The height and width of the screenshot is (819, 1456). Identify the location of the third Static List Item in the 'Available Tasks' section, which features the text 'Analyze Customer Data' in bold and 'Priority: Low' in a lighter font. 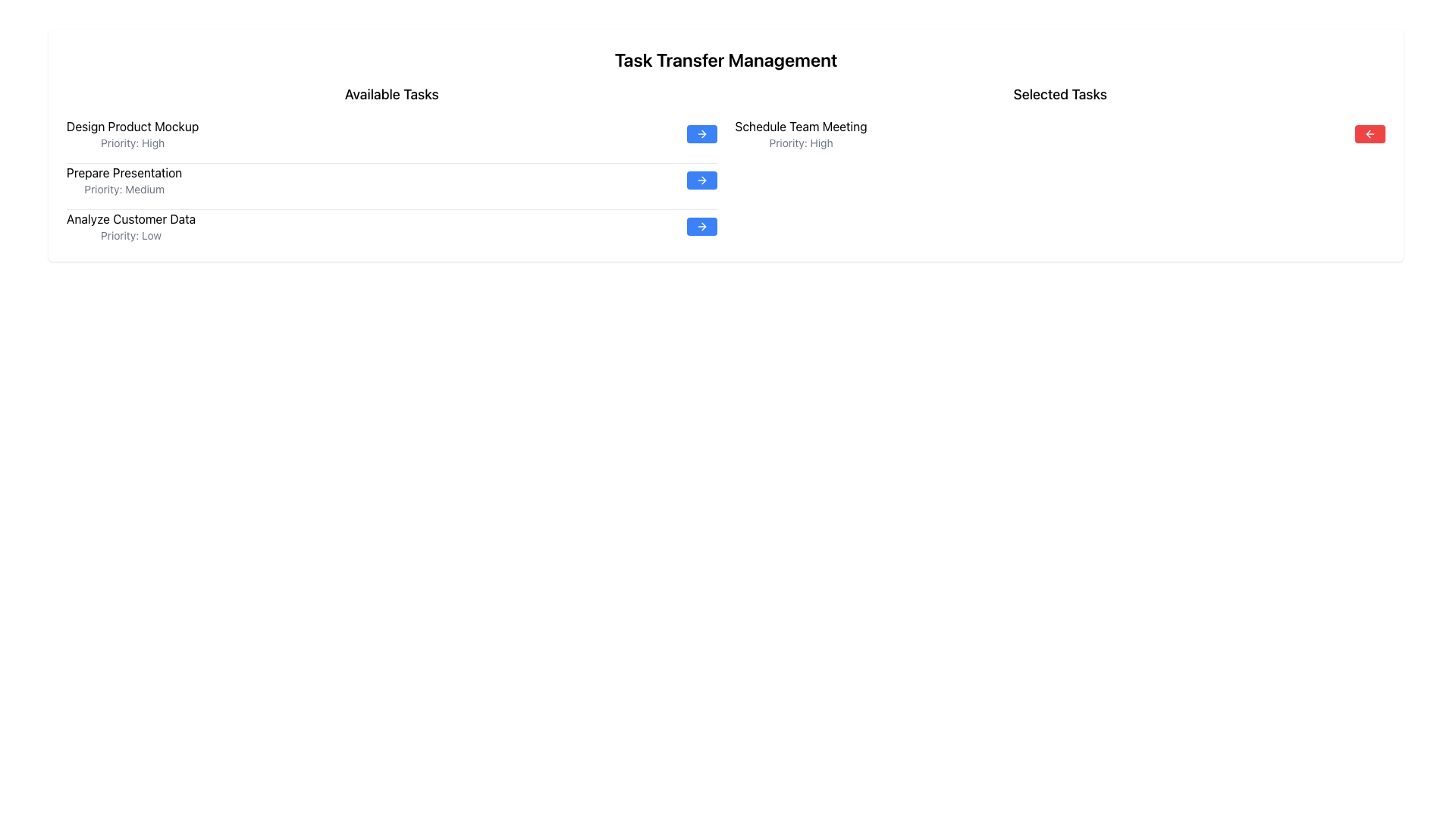
(130, 227).